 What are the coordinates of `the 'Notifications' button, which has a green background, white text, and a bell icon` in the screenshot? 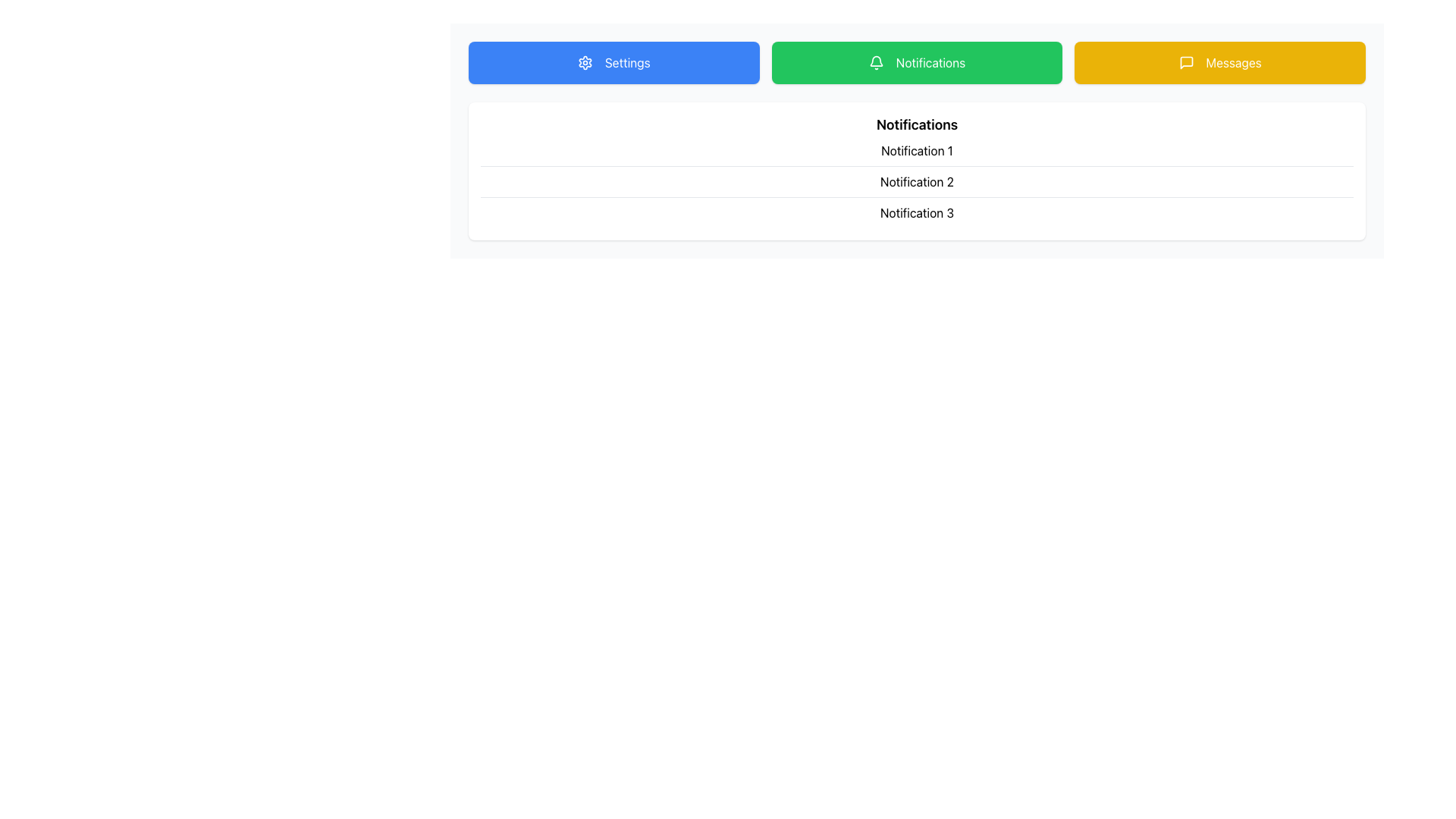 It's located at (916, 62).